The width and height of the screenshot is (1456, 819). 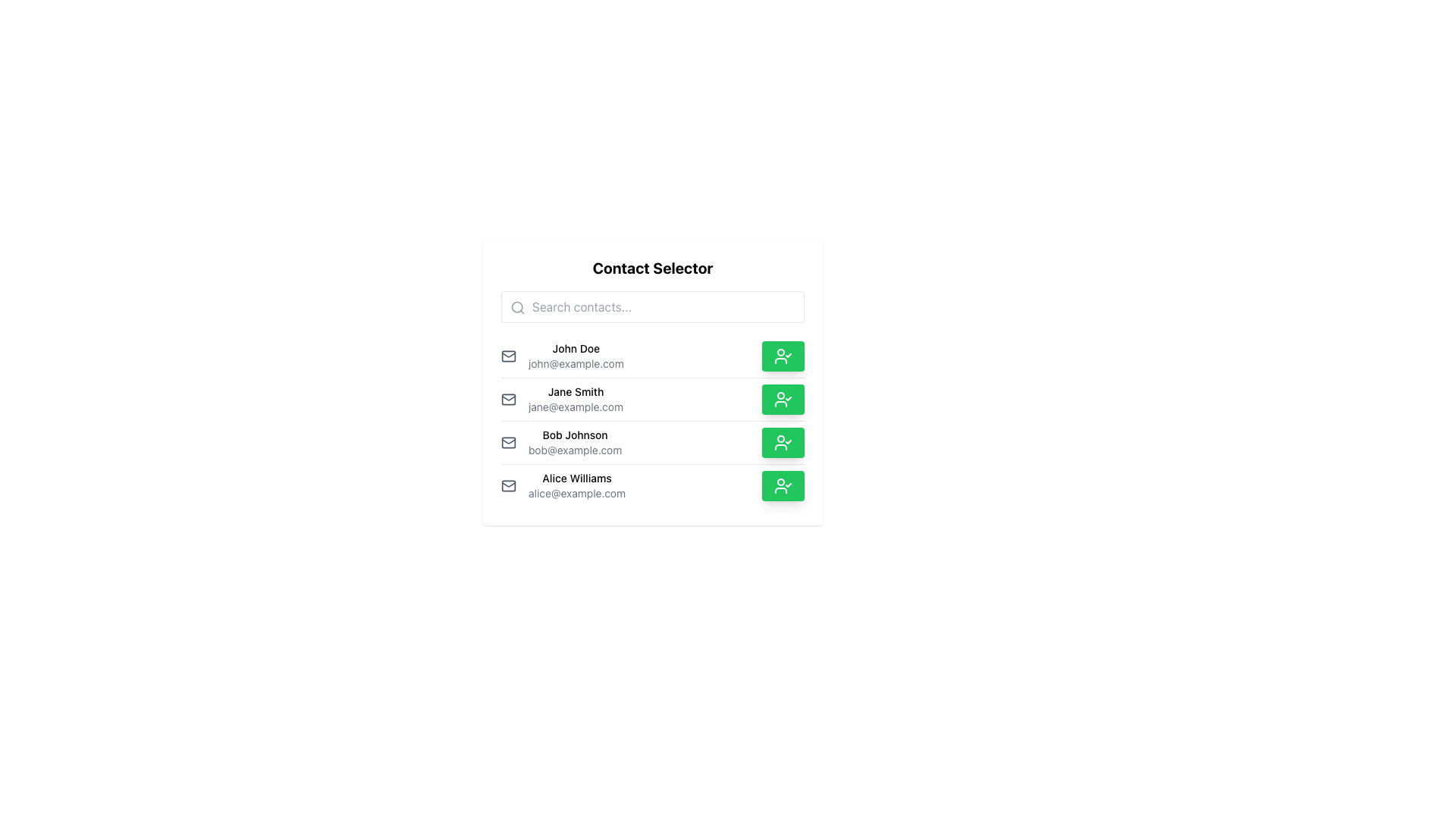 I want to click on the email text 'alice@example.com' displayed in gray color, located below the name 'Alice Williams' in the contact list interface, so click(x=576, y=494).